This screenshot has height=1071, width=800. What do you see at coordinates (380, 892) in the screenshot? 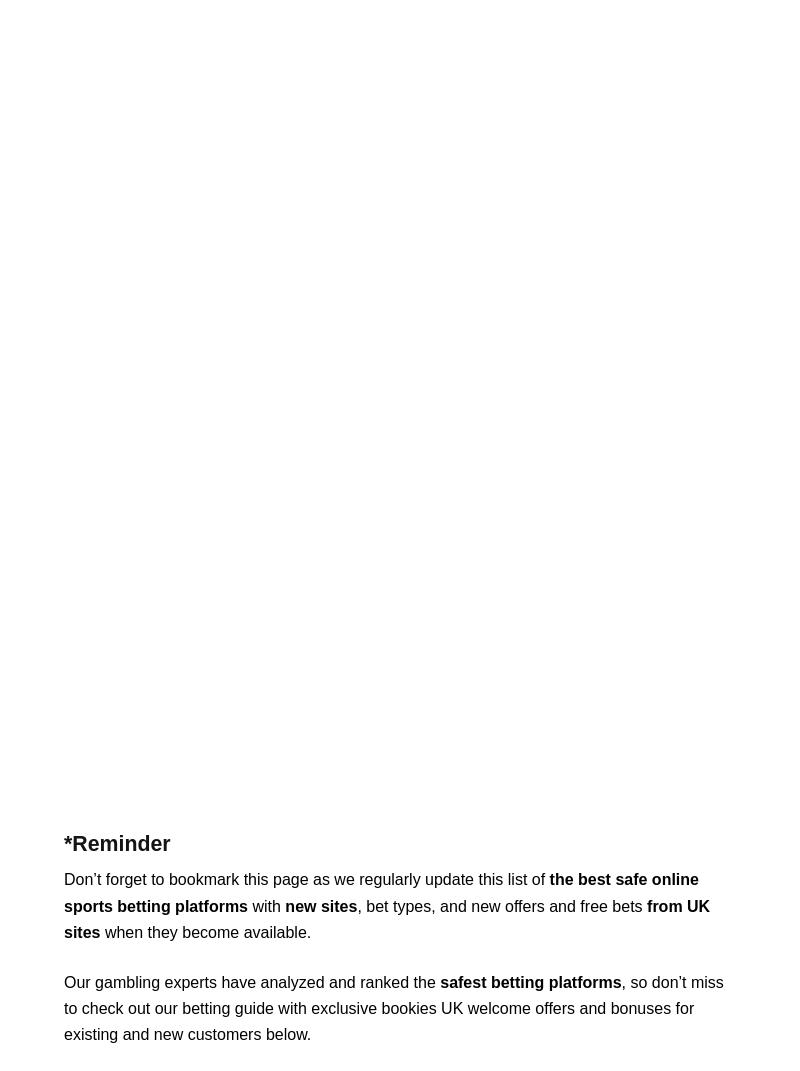
I see `'the best safe online sports betting platforms'` at bounding box center [380, 892].